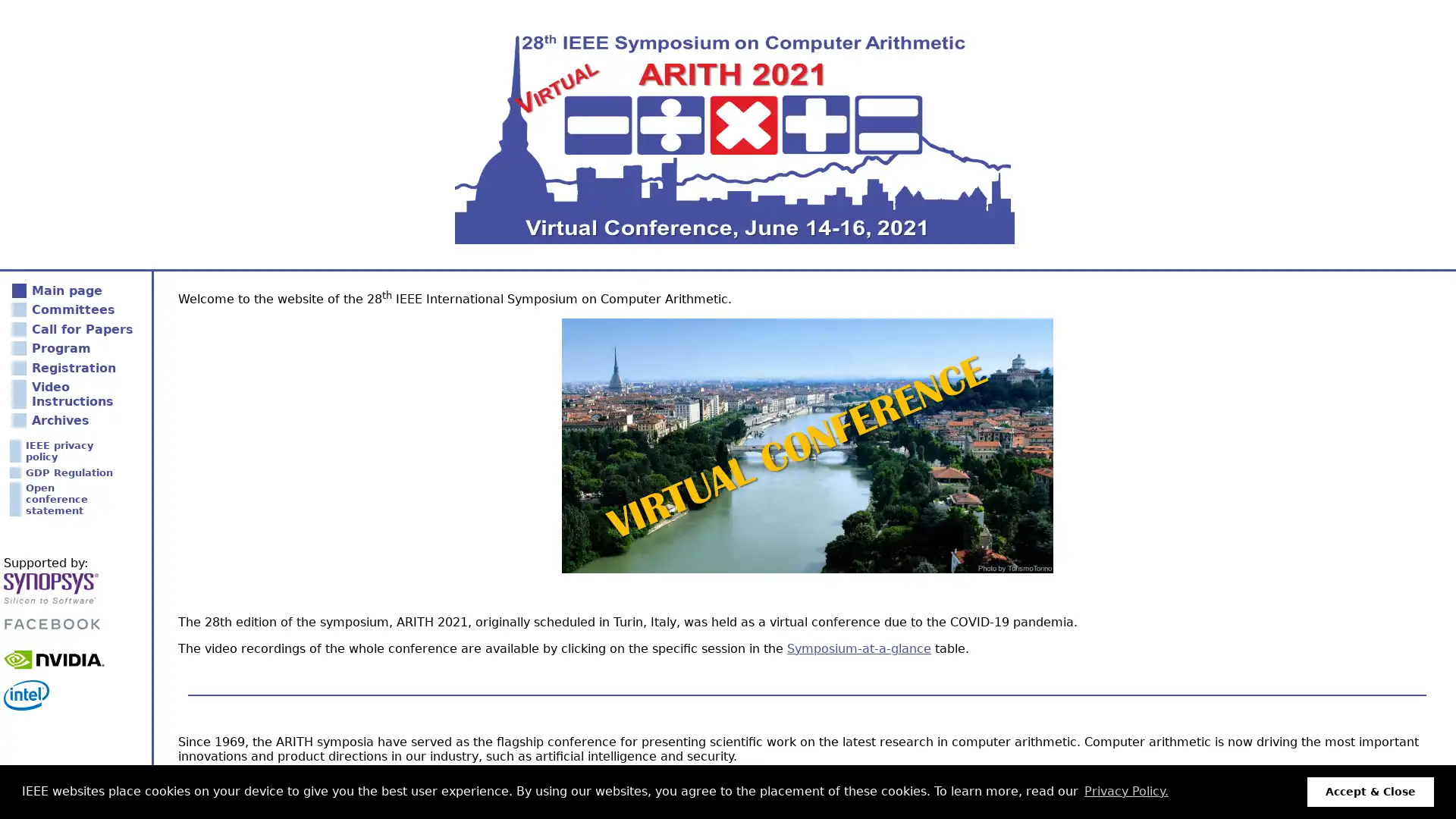 This screenshot has width=1456, height=819. I want to click on learn more about cookies, so click(1125, 791).